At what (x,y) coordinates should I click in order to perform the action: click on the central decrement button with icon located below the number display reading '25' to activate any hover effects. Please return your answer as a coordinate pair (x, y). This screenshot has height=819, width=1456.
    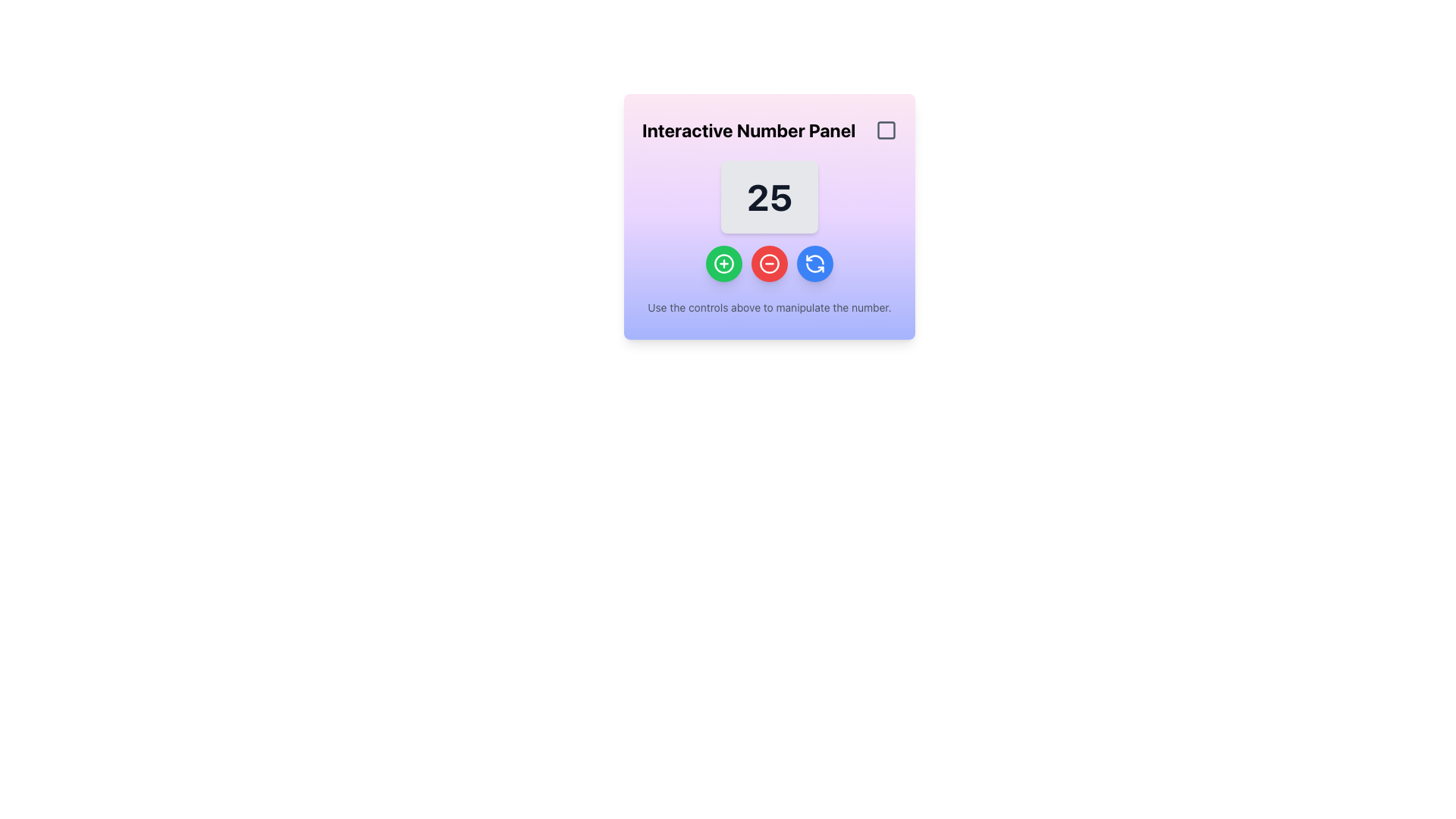
    Looking at the image, I should click on (769, 262).